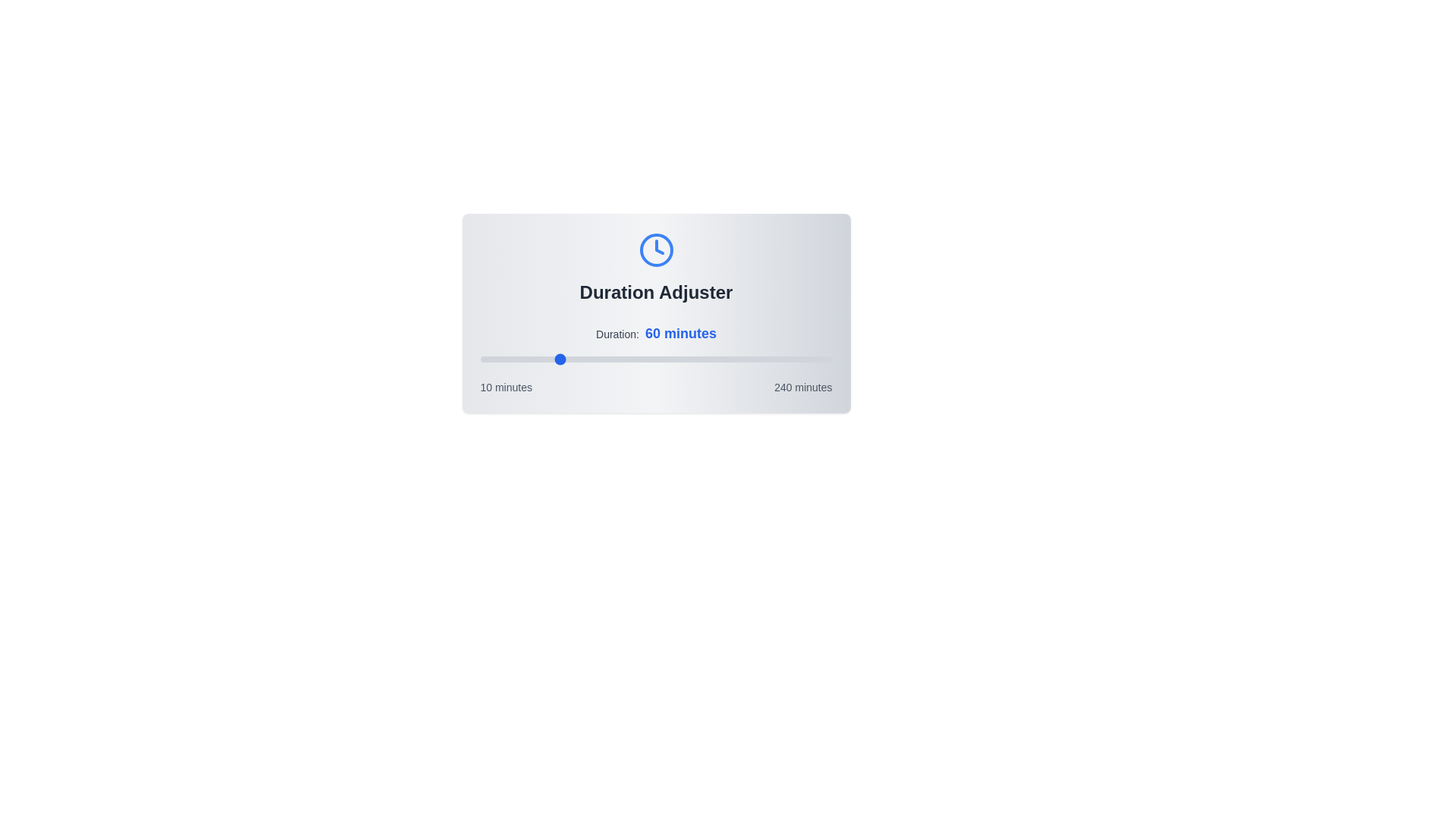 The image size is (1456, 819). I want to click on the clock icon to interact with it, so click(656, 249).